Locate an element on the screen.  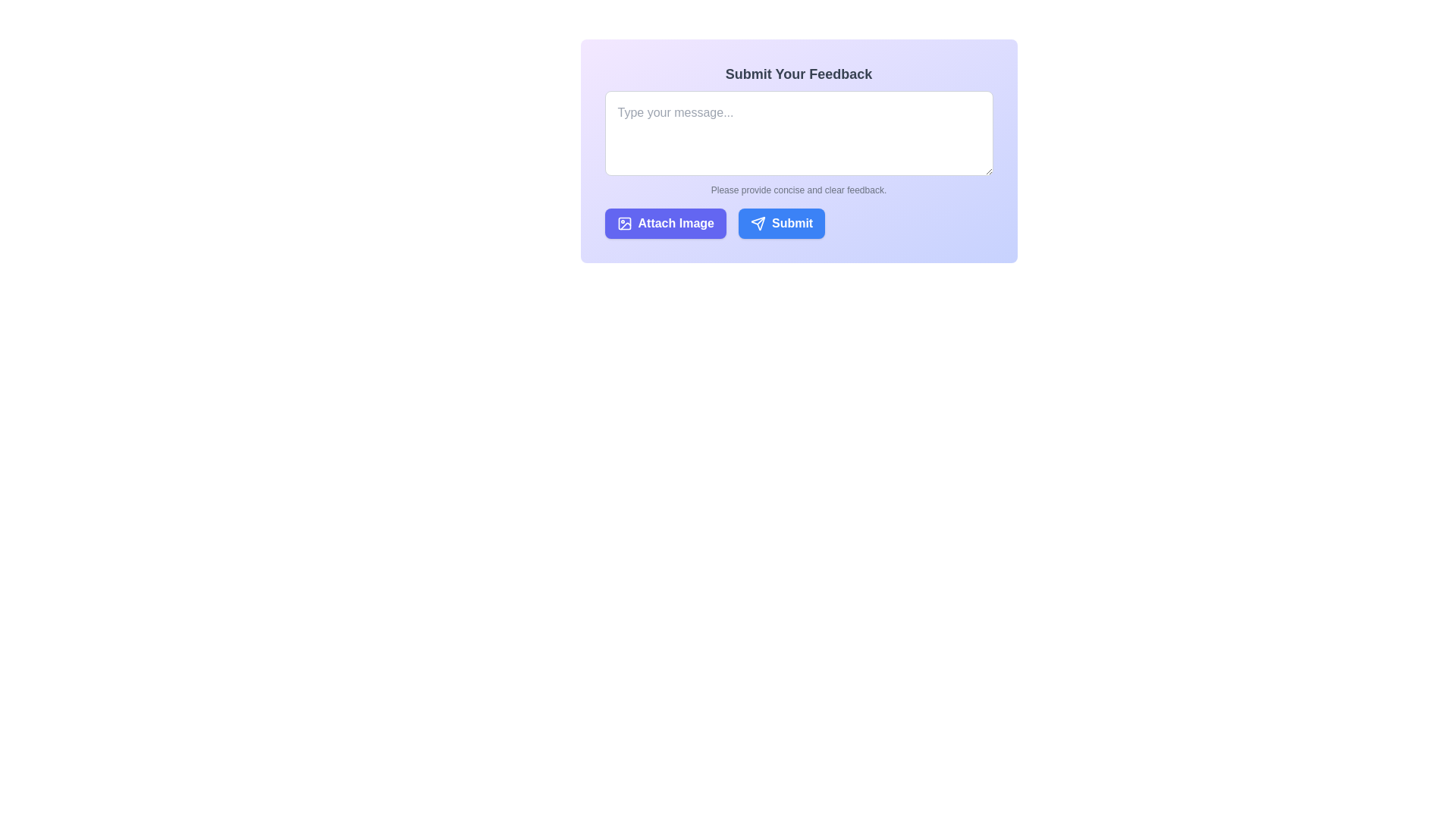
the button label located in the bottom-right corner of the feedback submission section is located at coordinates (792, 223).